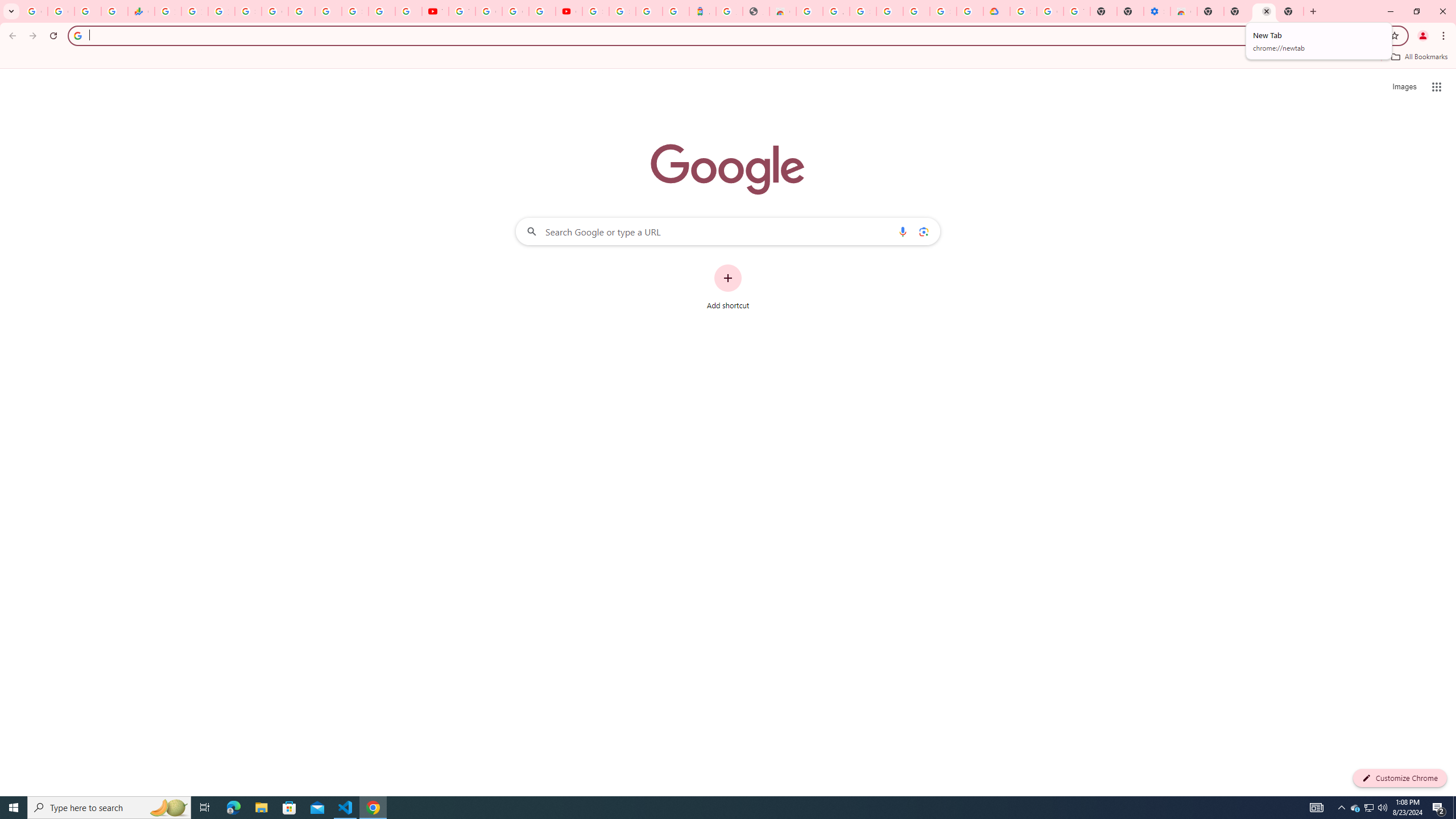 This screenshot has height=819, width=1456. What do you see at coordinates (702, 11) in the screenshot?
I see `'Atour Hotel - Google hotels'` at bounding box center [702, 11].